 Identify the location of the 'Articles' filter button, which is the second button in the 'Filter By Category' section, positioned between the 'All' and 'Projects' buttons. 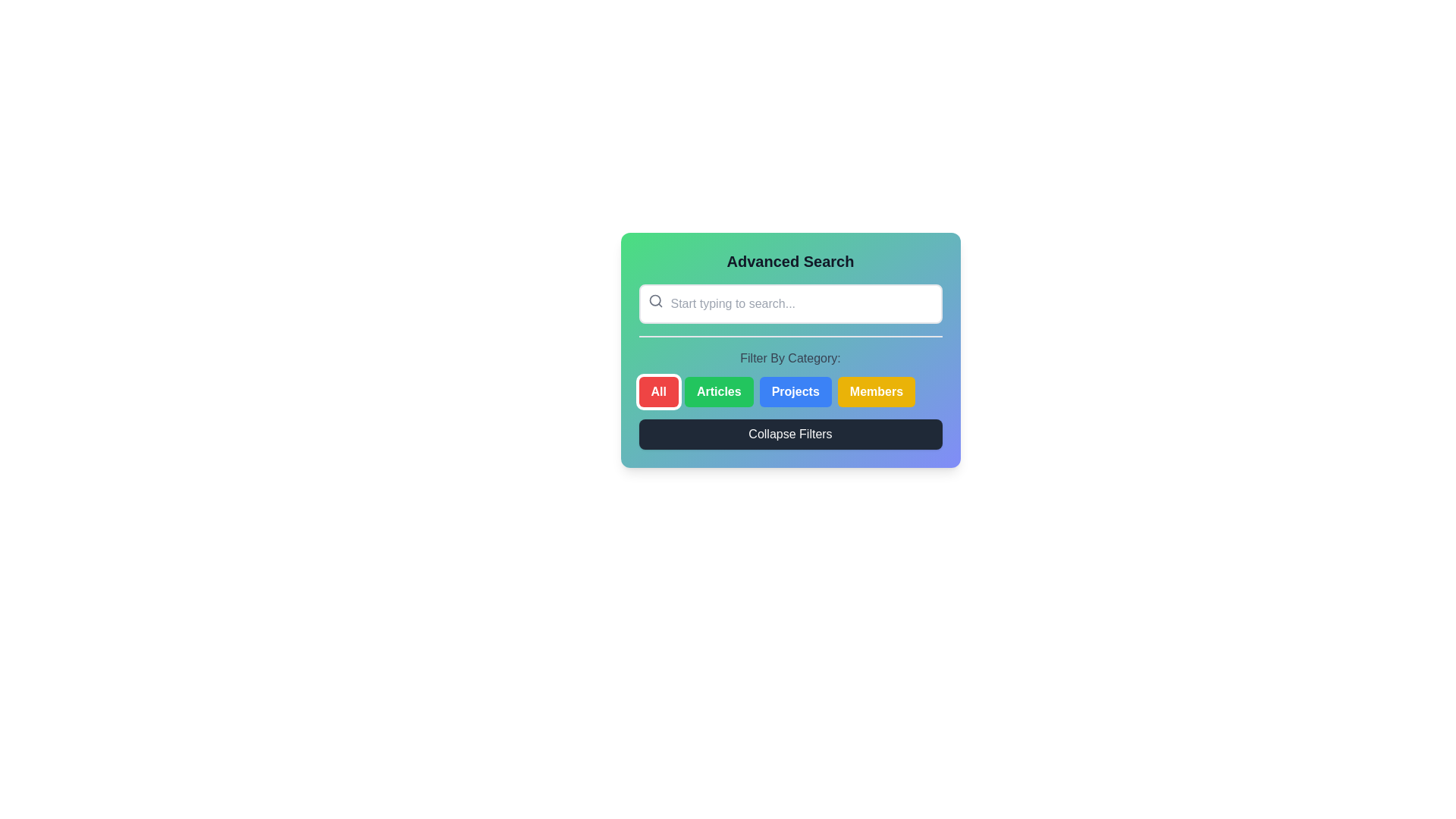
(718, 391).